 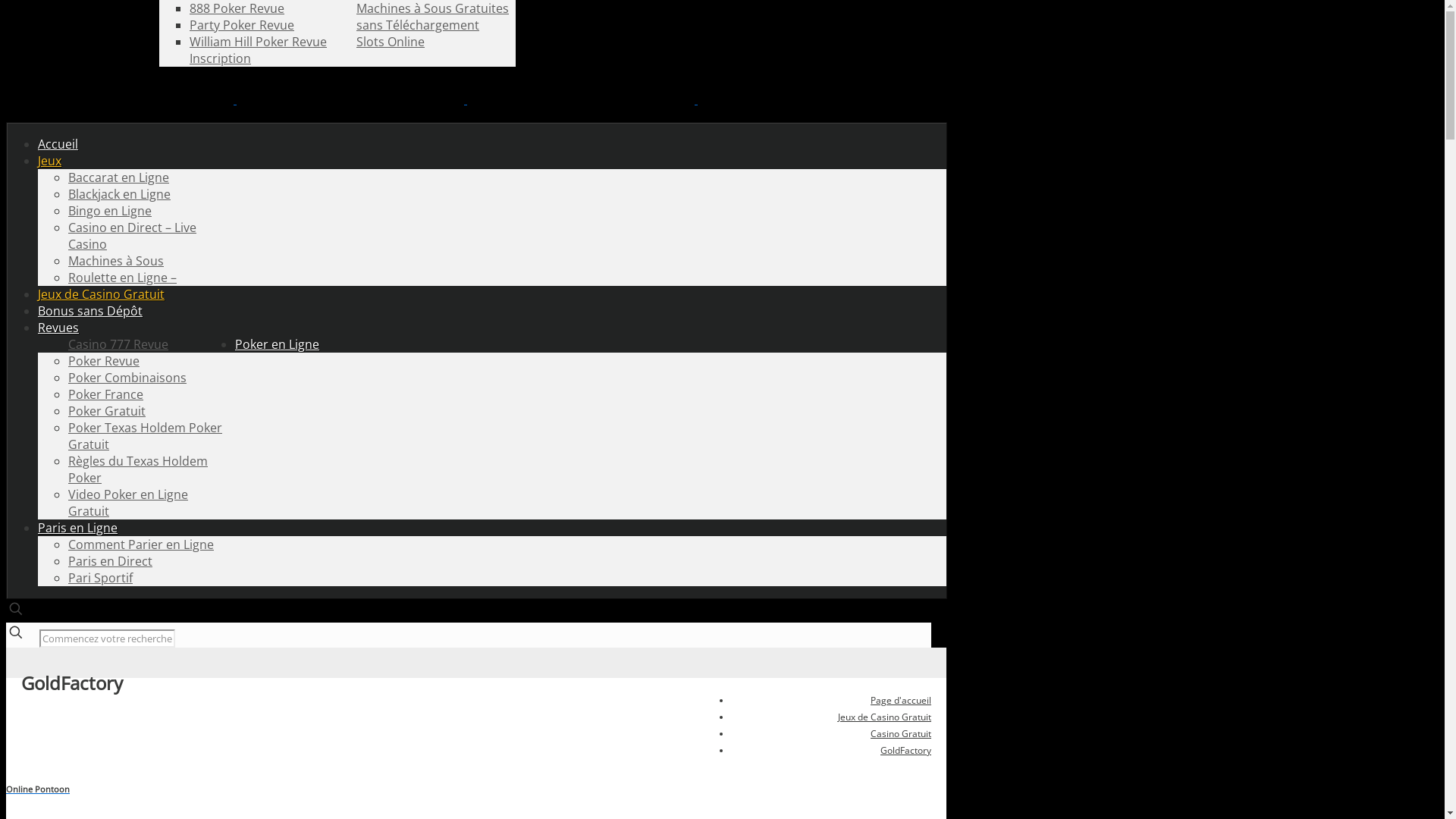 I want to click on 'Poker France', so click(x=67, y=394).